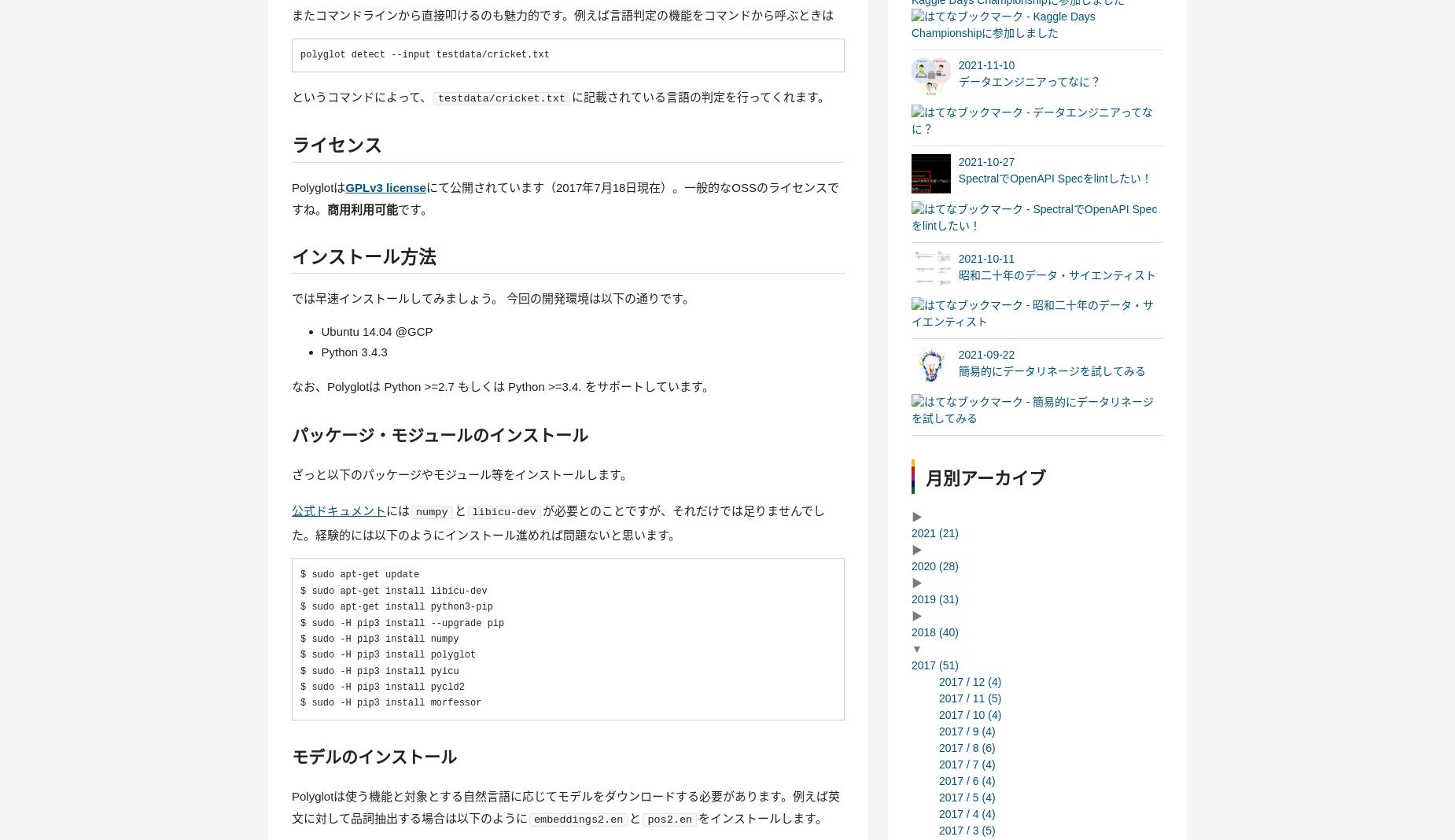 The image size is (1455, 840). What do you see at coordinates (960, 746) in the screenshot?
I see `'2017 / 8'` at bounding box center [960, 746].